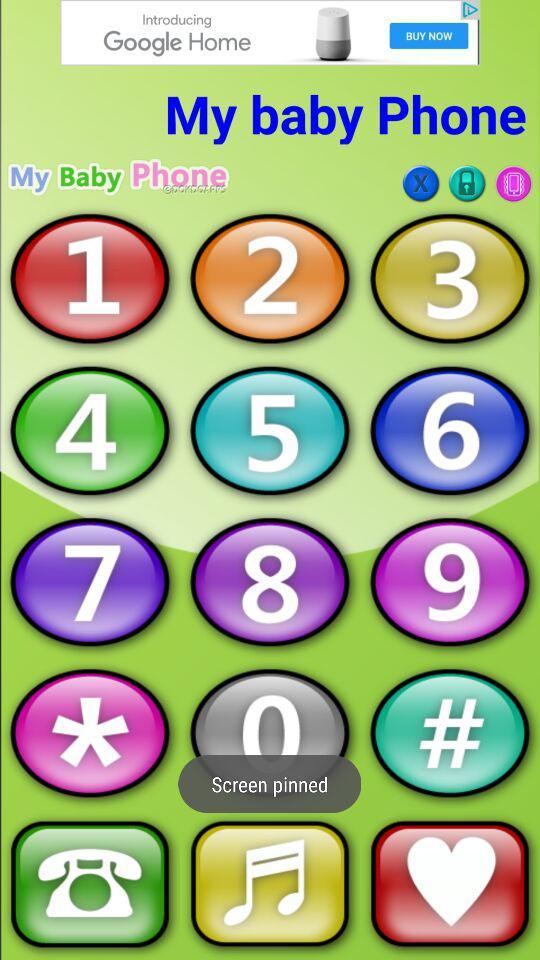 This screenshot has height=960, width=540. Describe the element at coordinates (513, 183) in the screenshot. I see `vibrate mode` at that location.